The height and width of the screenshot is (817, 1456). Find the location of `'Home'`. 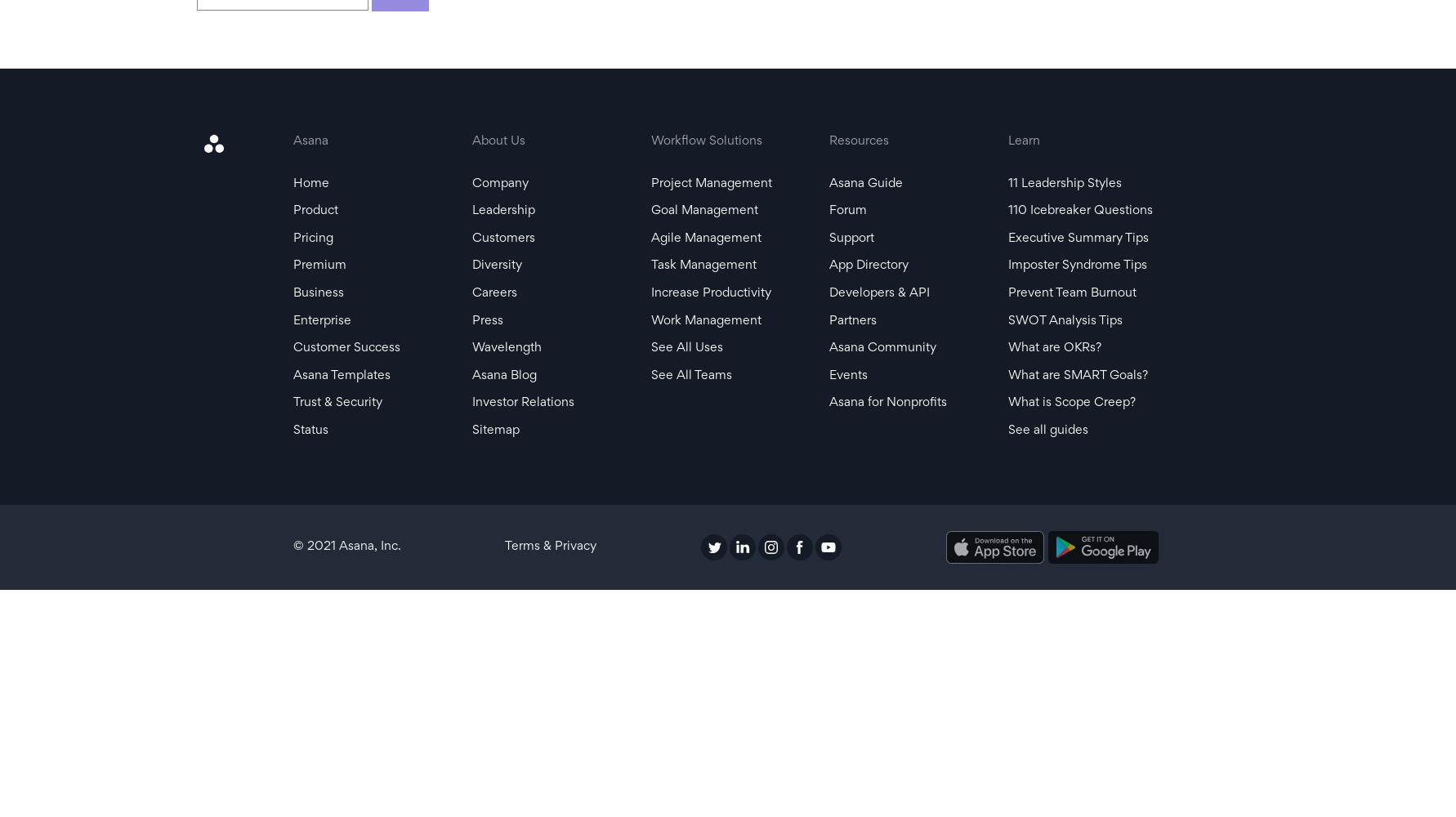

'Home' is located at coordinates (293, 182).